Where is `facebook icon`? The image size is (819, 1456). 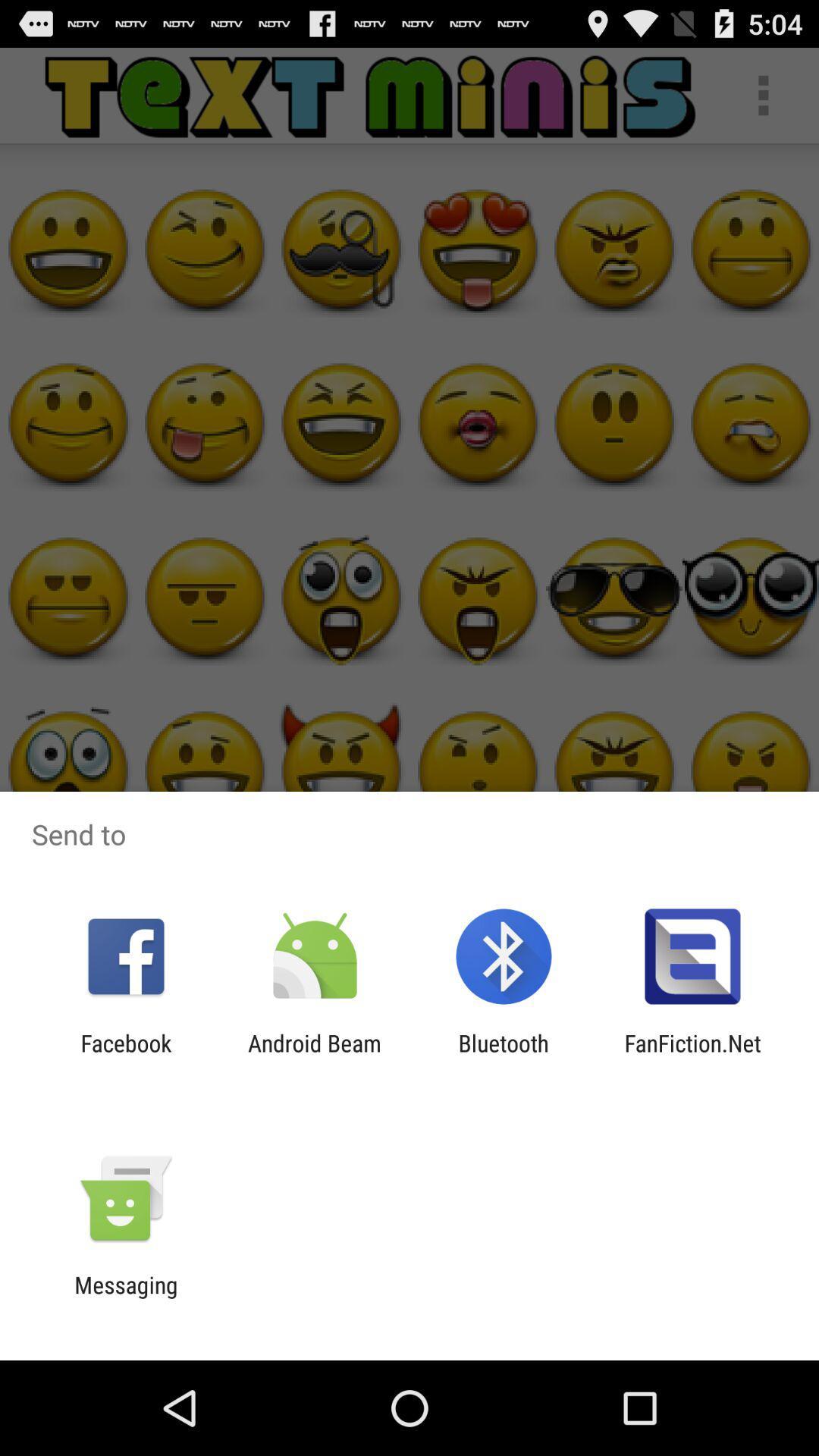 facebook icon is located at coordinates (125, 1056).